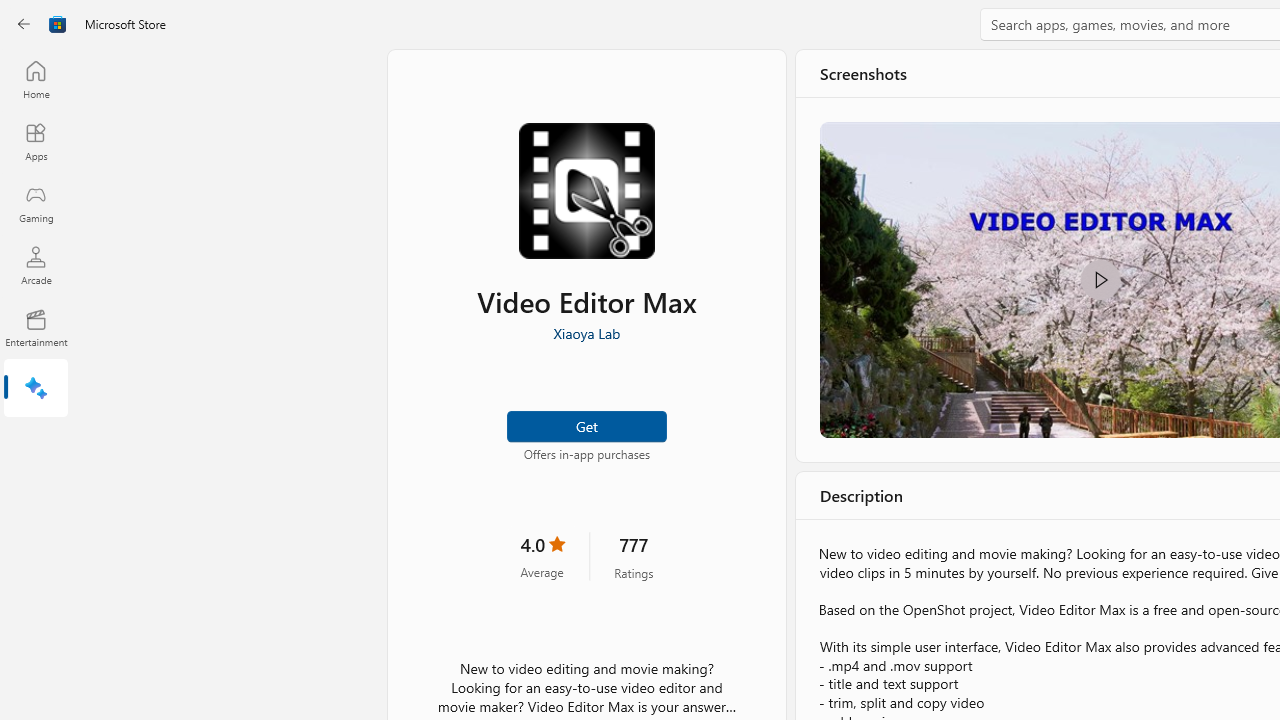  I want to click on 'Get', so click(585, 424).